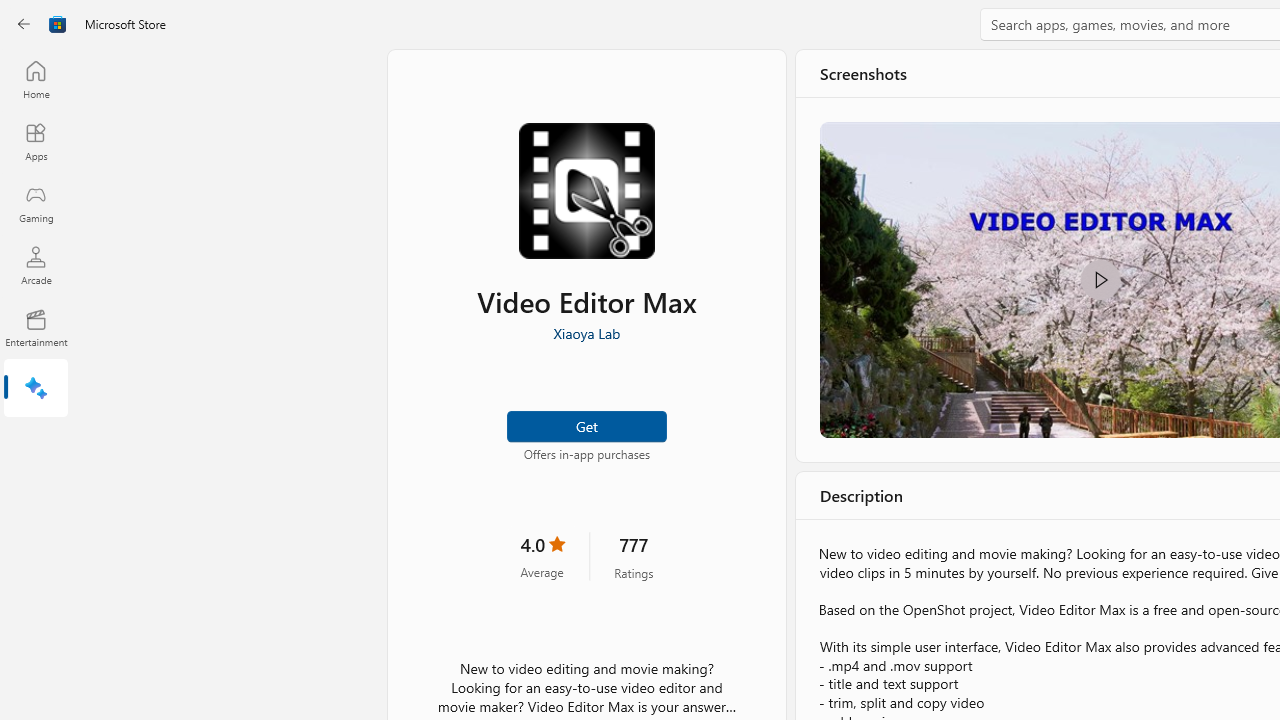  I want to click on 'Get', so click(585, 424).